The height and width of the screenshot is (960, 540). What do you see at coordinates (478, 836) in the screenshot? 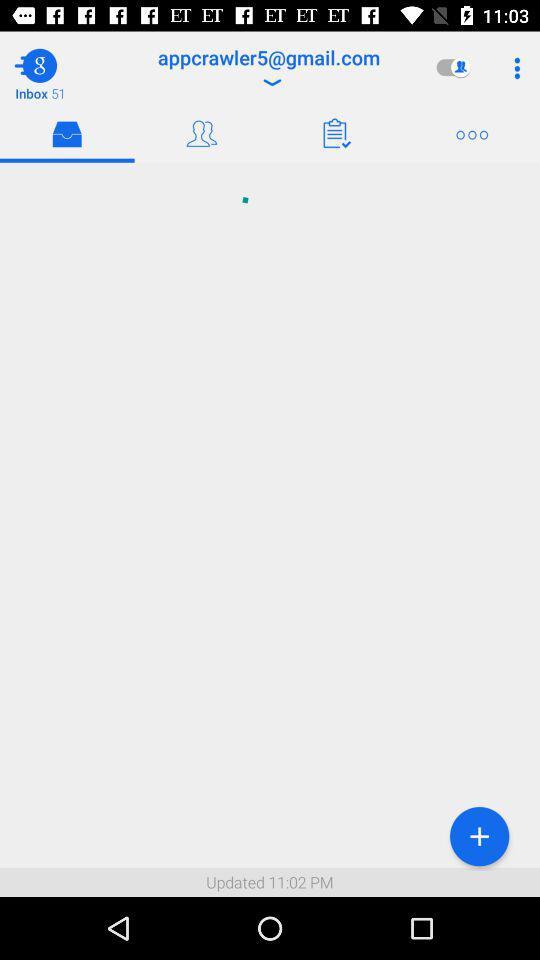
I see `icon next to the updated 11 02 icon` at bounding box center [478, 836].